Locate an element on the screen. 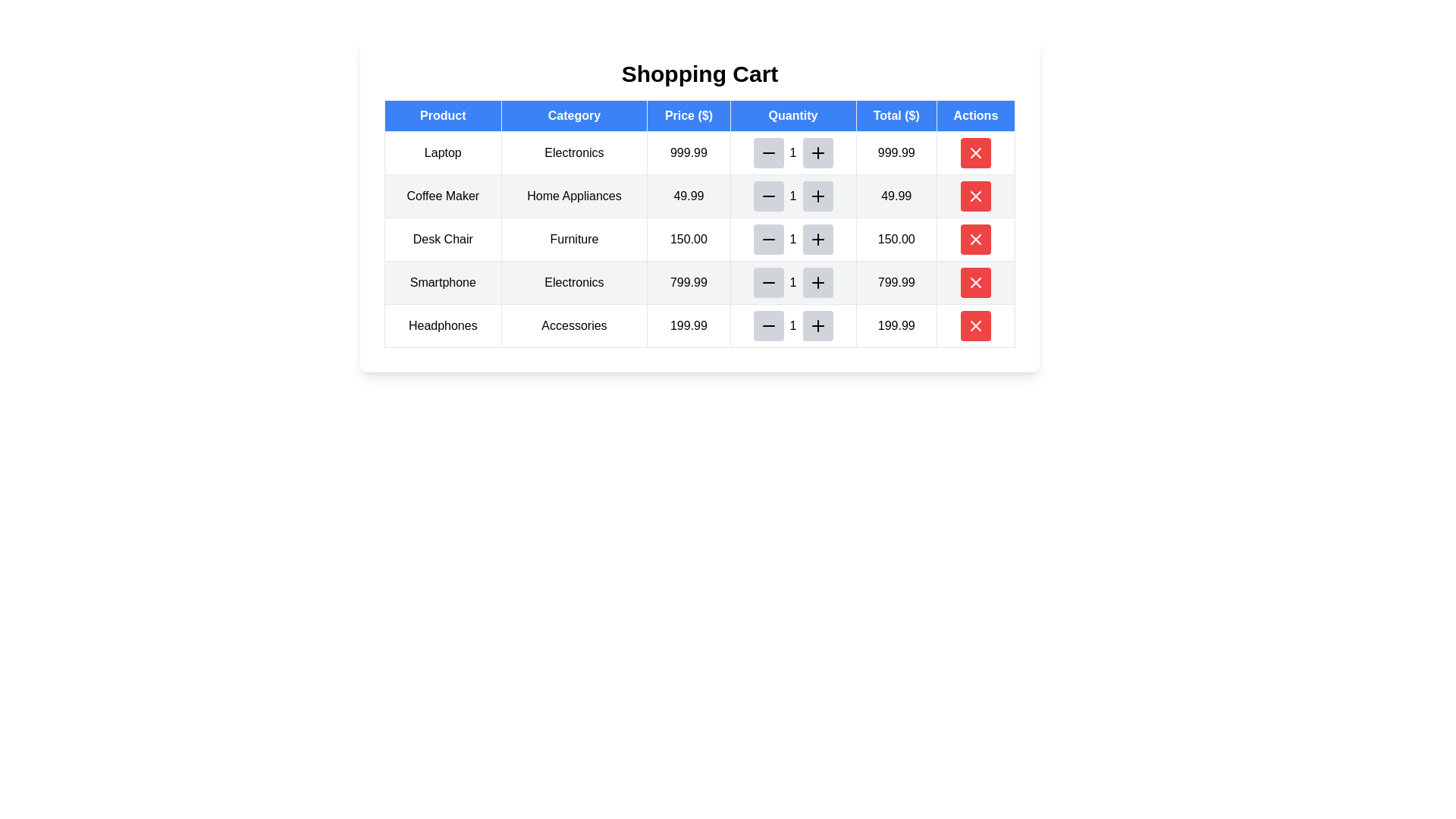  the static text display showing the price total for 'Coffee Maker' which is located in the 'Total ($)' column of the second row in the table is located at coordinates (896, 195).